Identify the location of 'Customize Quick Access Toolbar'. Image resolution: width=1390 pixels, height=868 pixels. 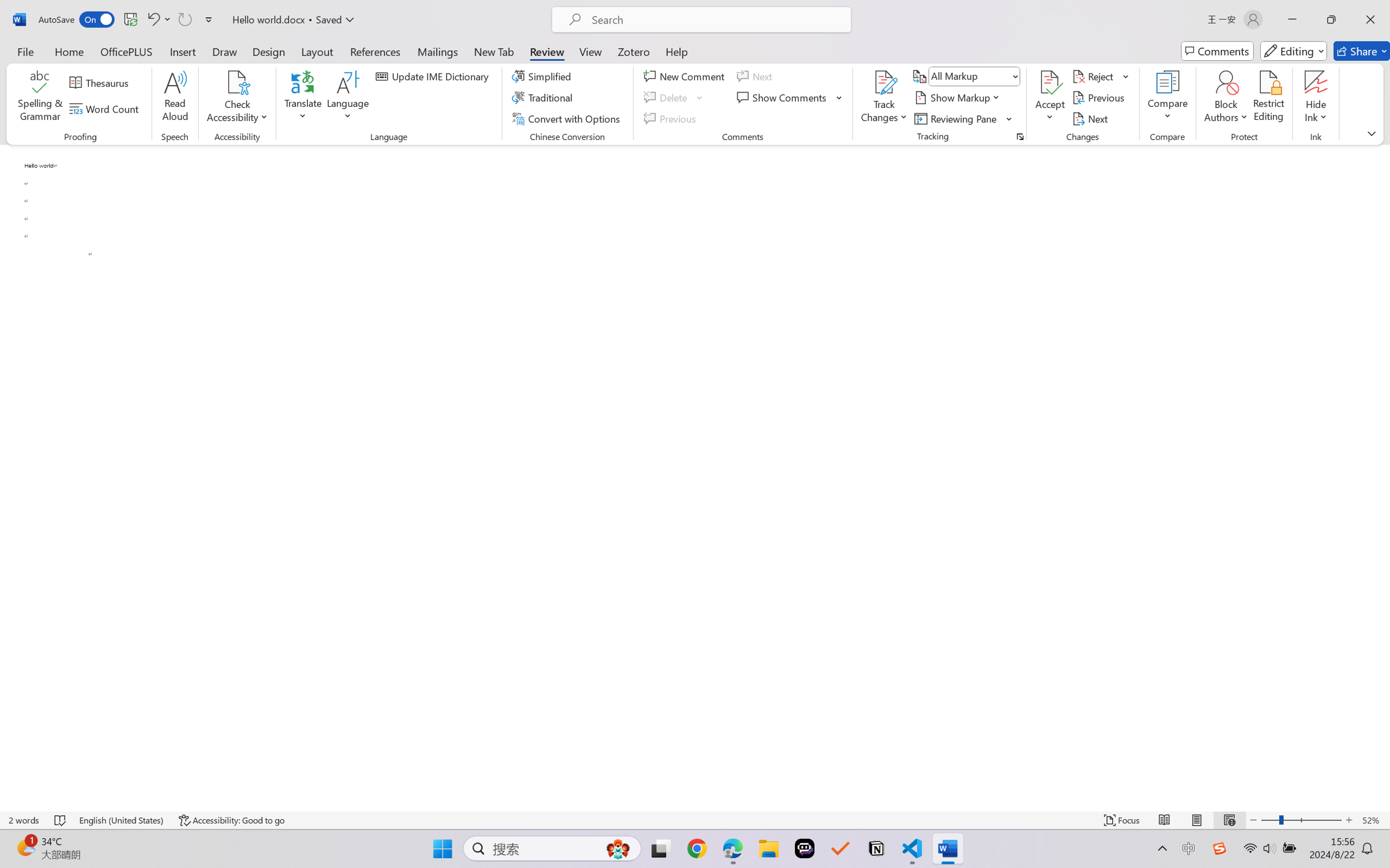
(208, 19).